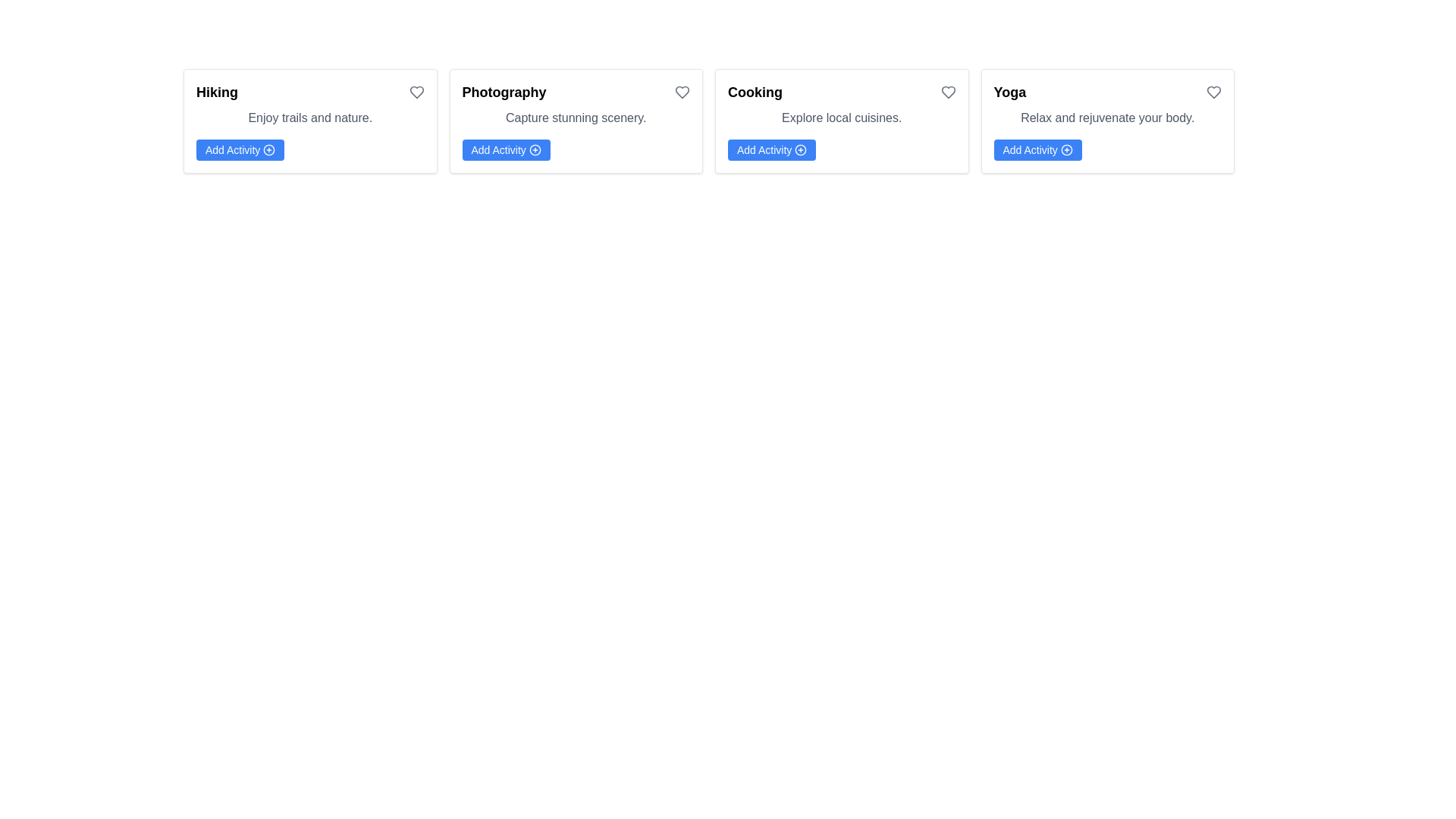 The image size is (1456, 819). What do you see at coordinates (269, 149) in the screenshot?
I see `the 'Add Activity' button containing the Decorative SVG icon with a plus sign, located in the first card titled 'Hiking'` at bounding box center [269, 149].